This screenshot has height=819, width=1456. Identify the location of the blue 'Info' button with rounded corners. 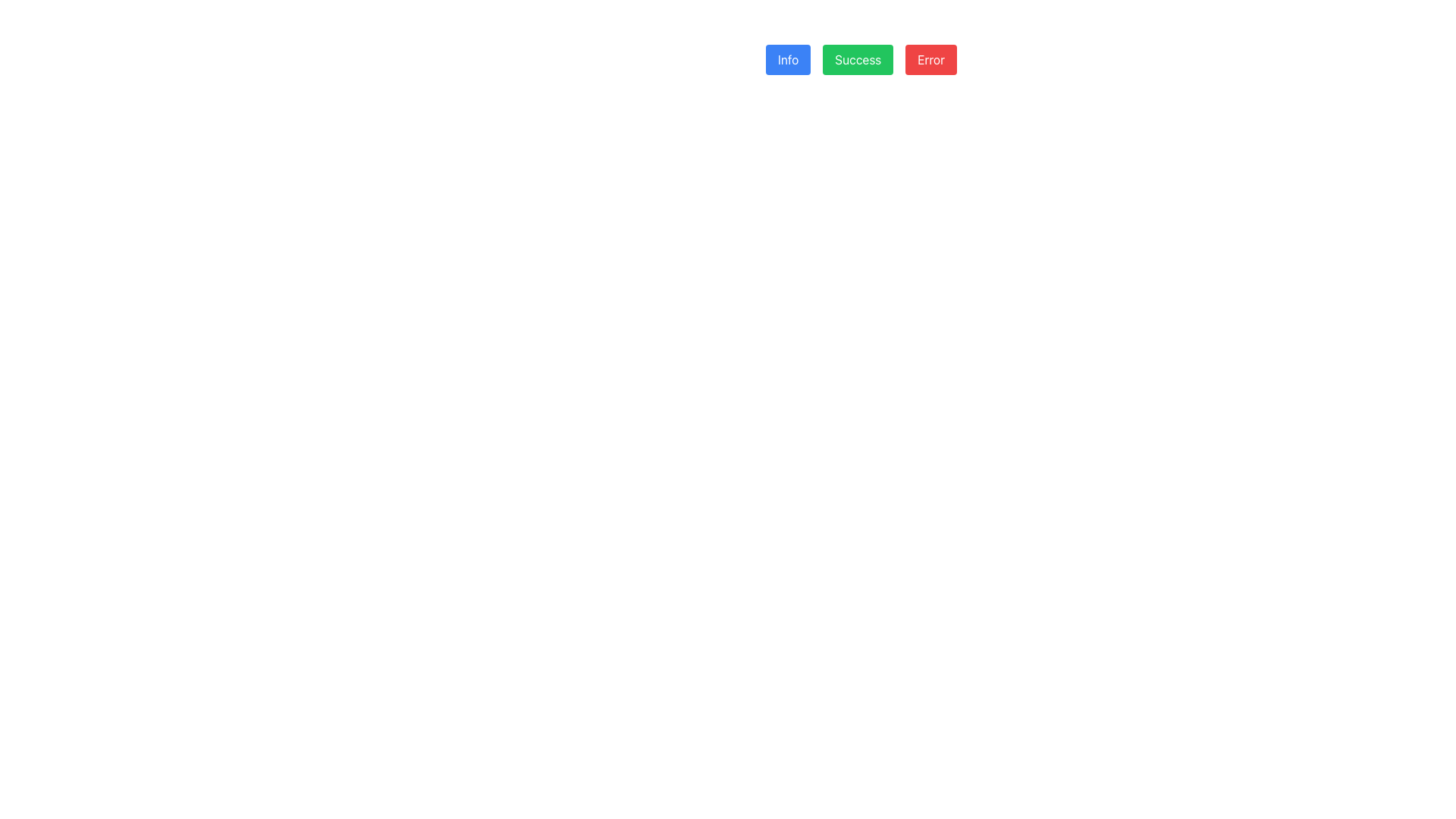
(788, 58).